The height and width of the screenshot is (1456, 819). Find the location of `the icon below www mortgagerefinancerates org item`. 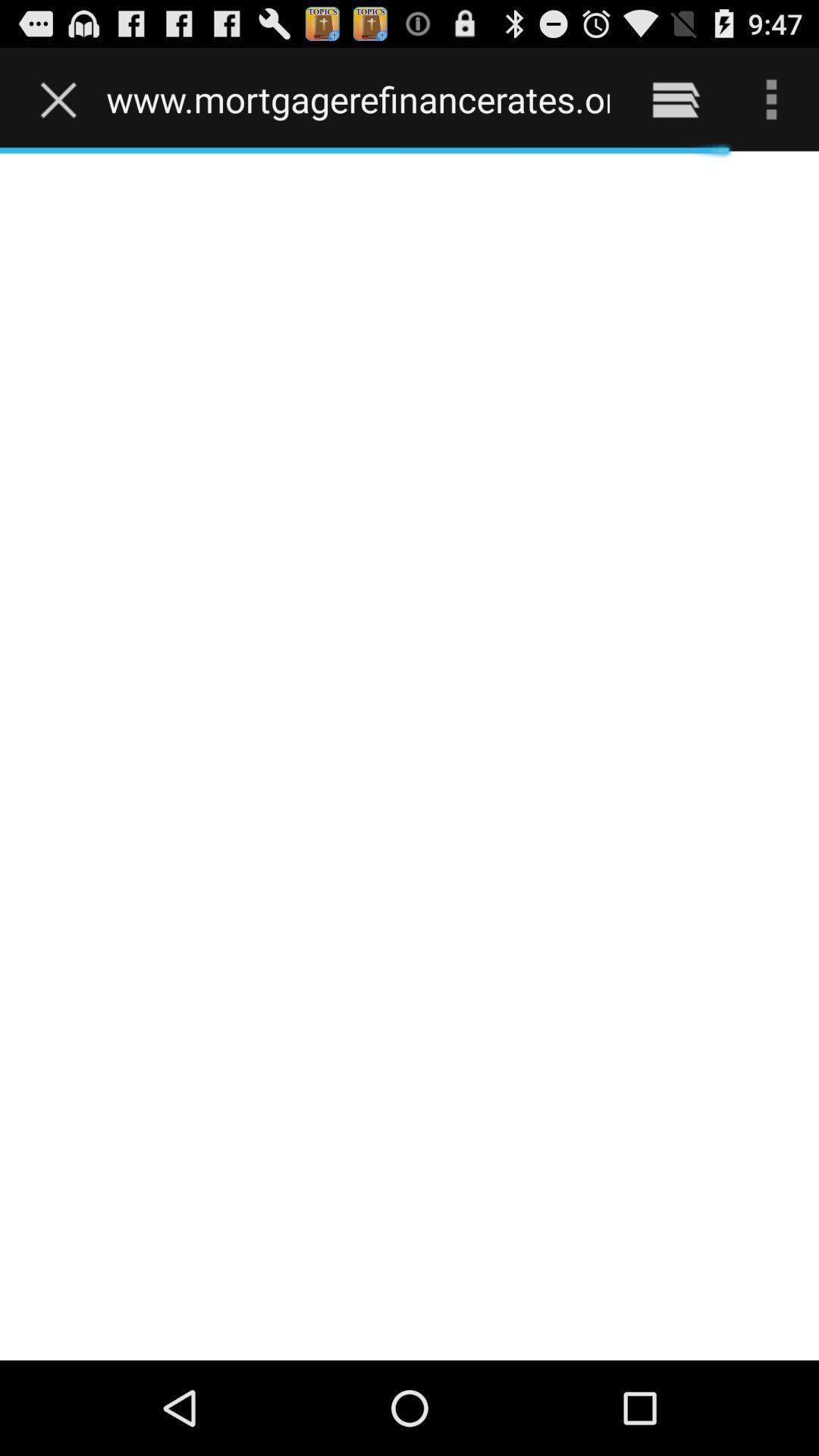

the icon below www mortgagerefinancerates org item is located at coordinates (409, 755).